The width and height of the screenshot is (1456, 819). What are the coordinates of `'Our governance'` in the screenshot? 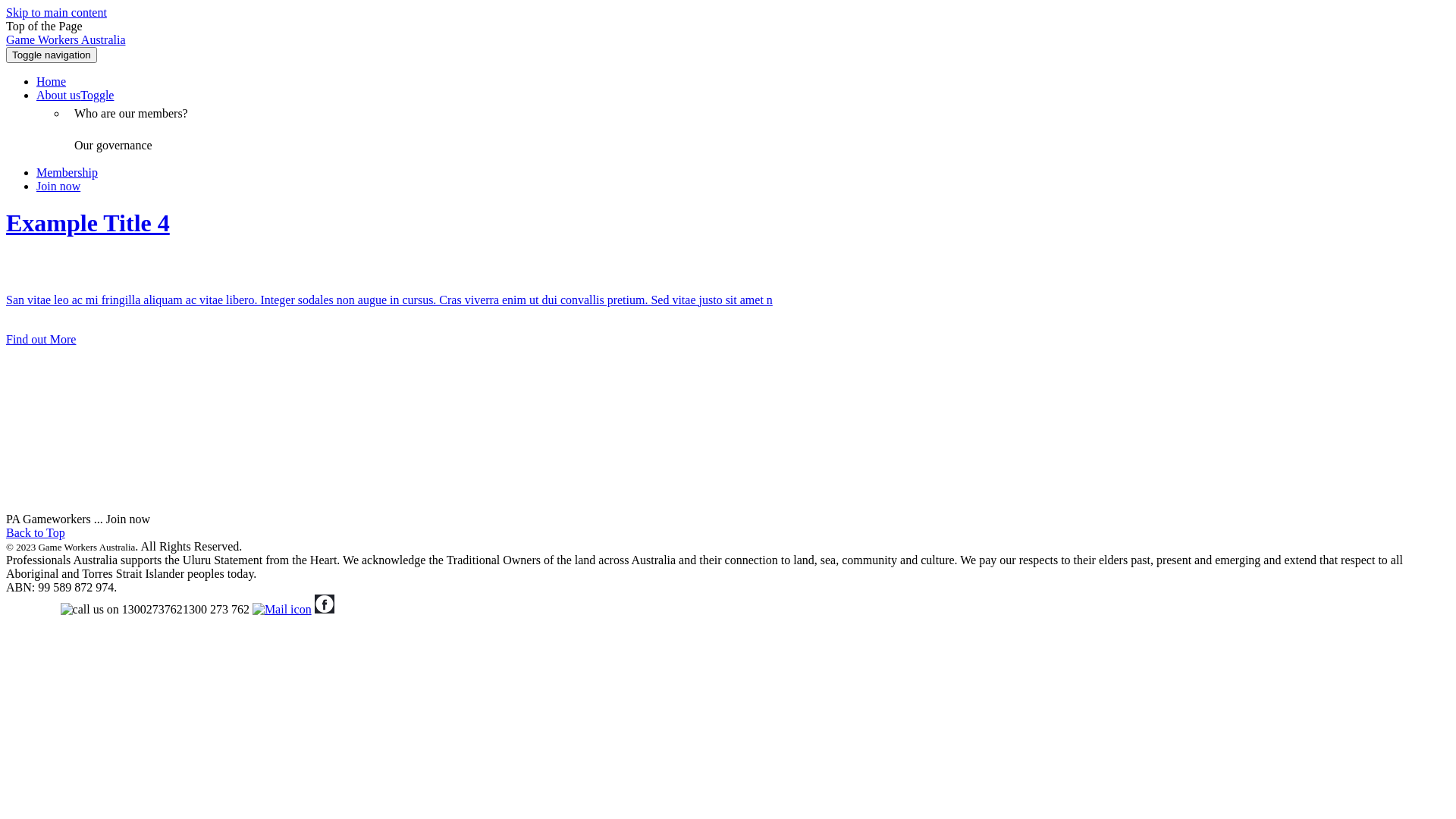 It's located at (112, 146).